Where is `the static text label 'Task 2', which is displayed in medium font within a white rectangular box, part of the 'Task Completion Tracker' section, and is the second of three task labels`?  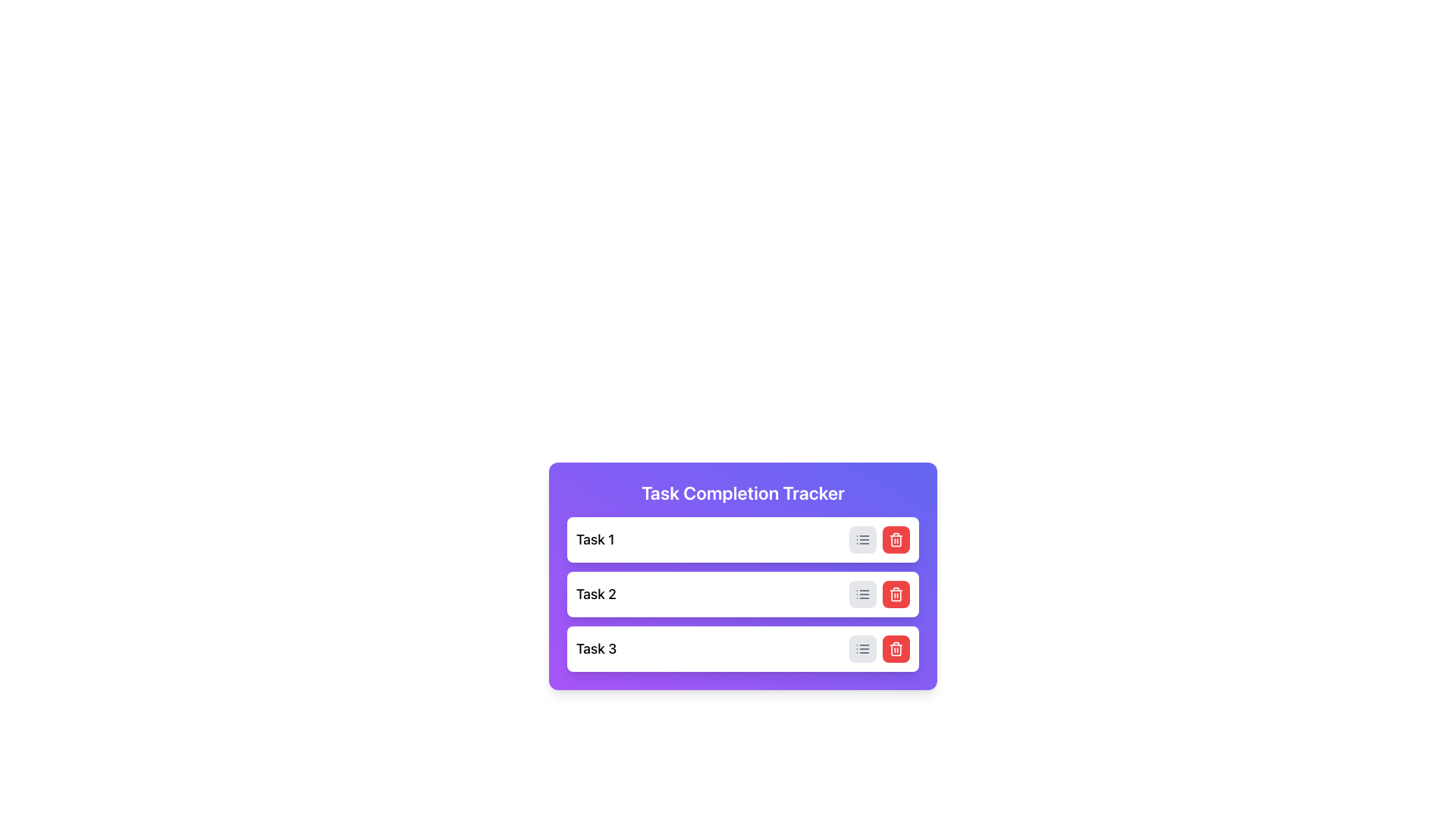
the static text label 'Task 2', which is displayed in medium font within a white rectangular box, part of the 'Task Completion Tracker' section, and is the second of three task labels is located at coordinates (595, 593).